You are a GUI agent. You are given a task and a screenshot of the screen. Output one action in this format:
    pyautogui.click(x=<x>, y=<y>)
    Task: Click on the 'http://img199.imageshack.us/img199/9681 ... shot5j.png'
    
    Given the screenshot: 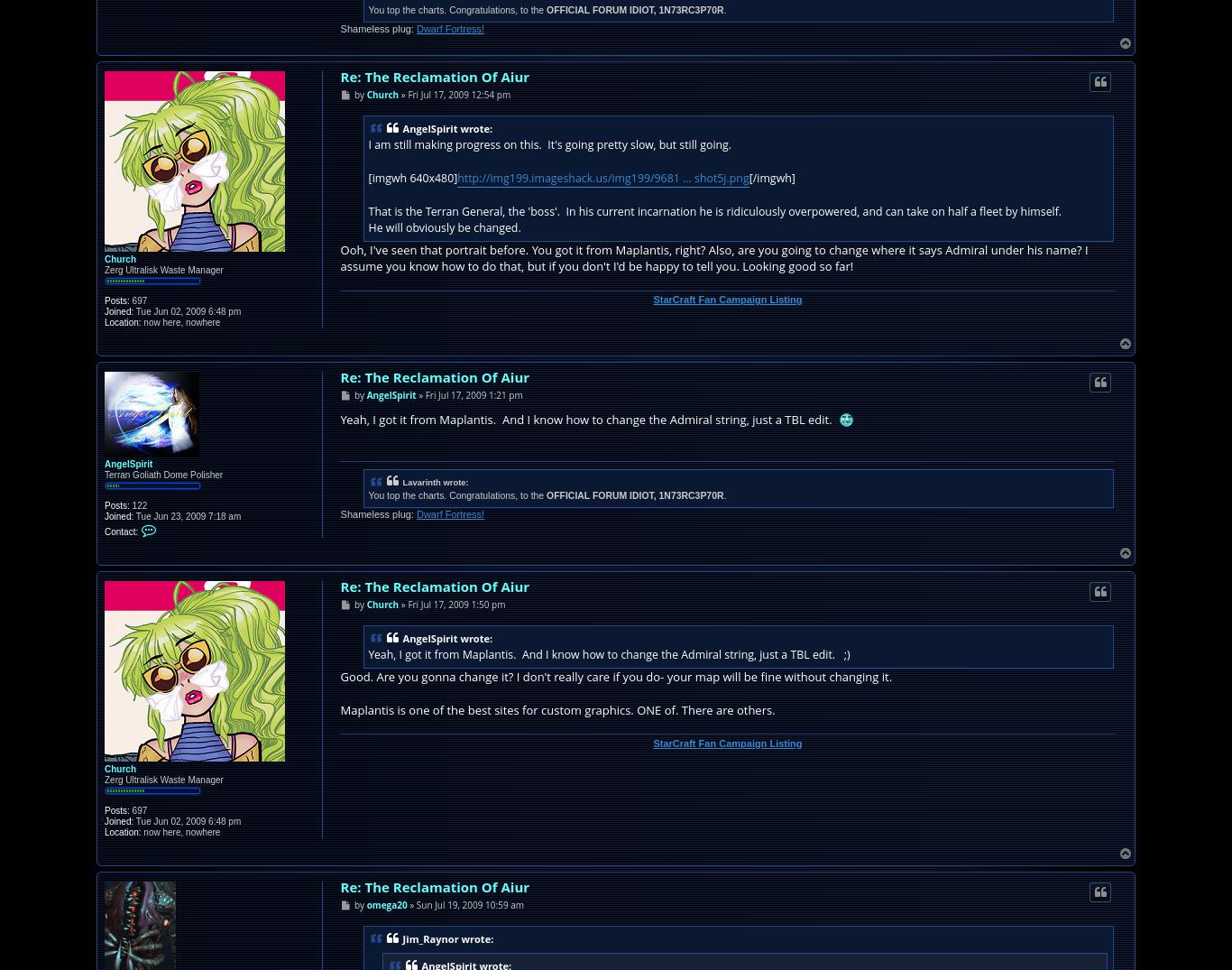 What is the action you would take?
    pyautogui.click(x=602, y=176)
    